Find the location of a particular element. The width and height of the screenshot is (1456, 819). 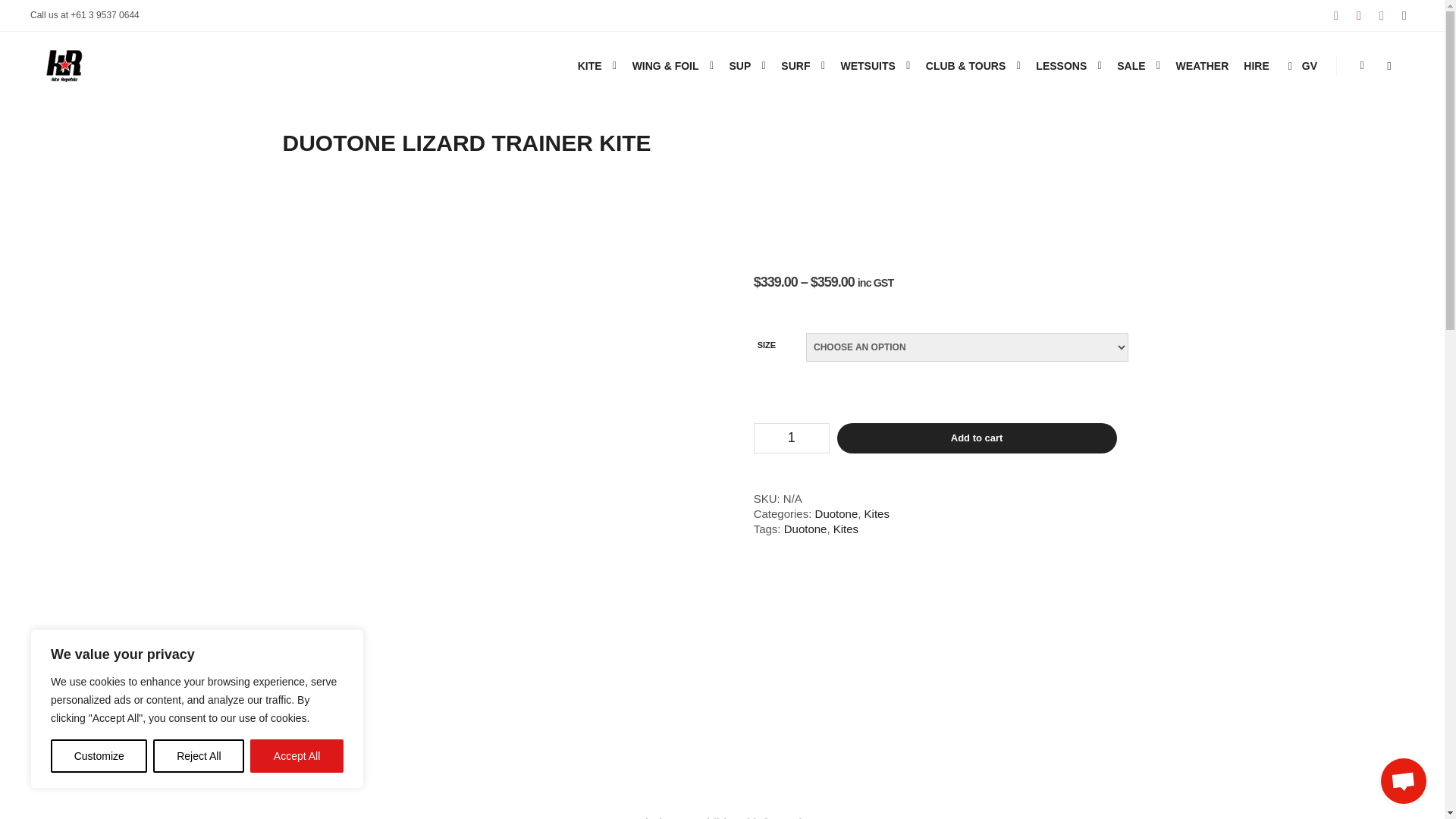

'WETSUITS' is located at coordinates (865, 65).